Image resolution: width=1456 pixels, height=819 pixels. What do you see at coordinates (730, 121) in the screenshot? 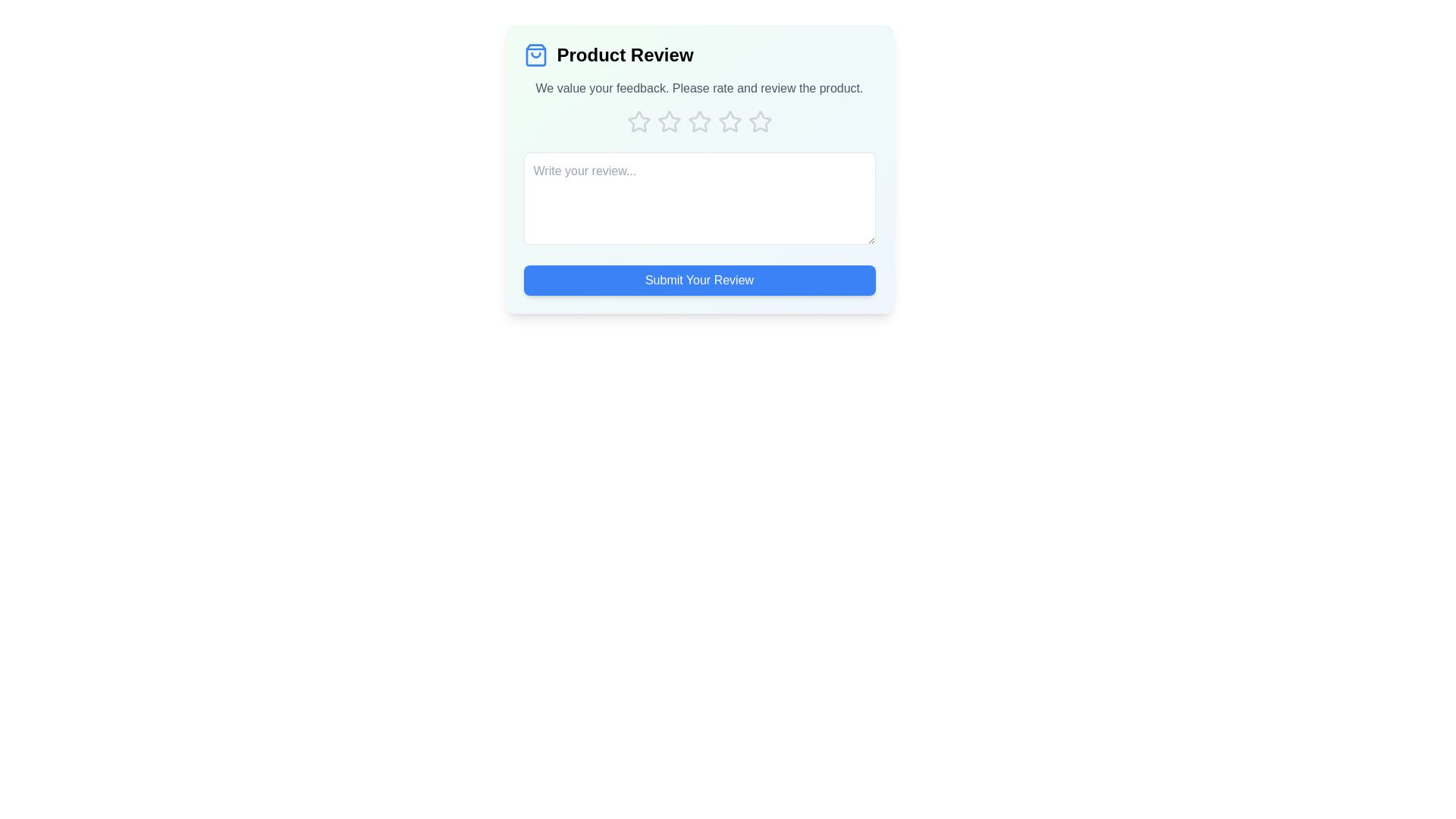
I see `the fourth rating star icon in the review form to observe the hover effect` at bounding box center [730, 121].